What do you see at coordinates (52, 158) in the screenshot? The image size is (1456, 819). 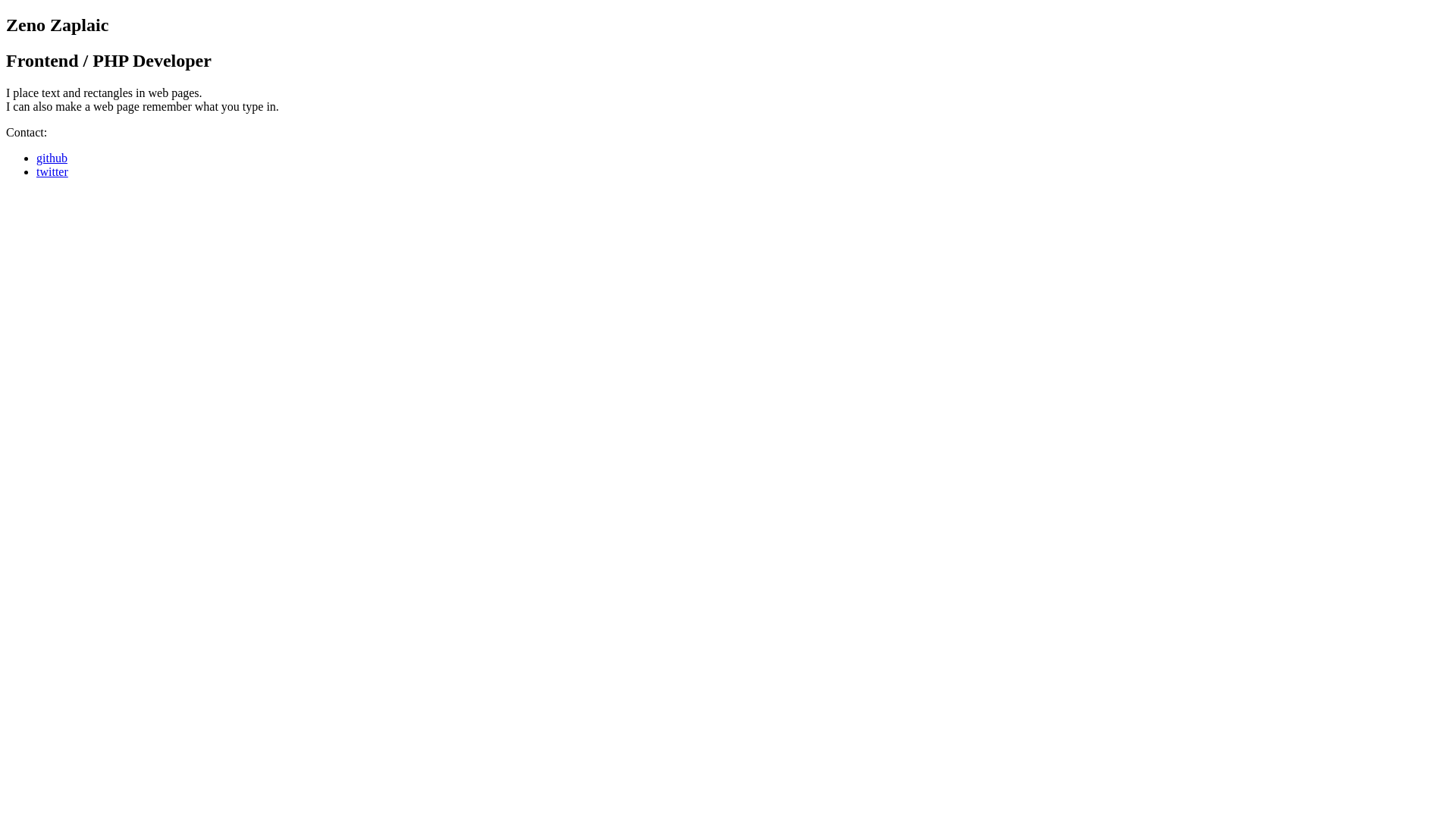 I see `'github'` at bounding box center [52, 158].